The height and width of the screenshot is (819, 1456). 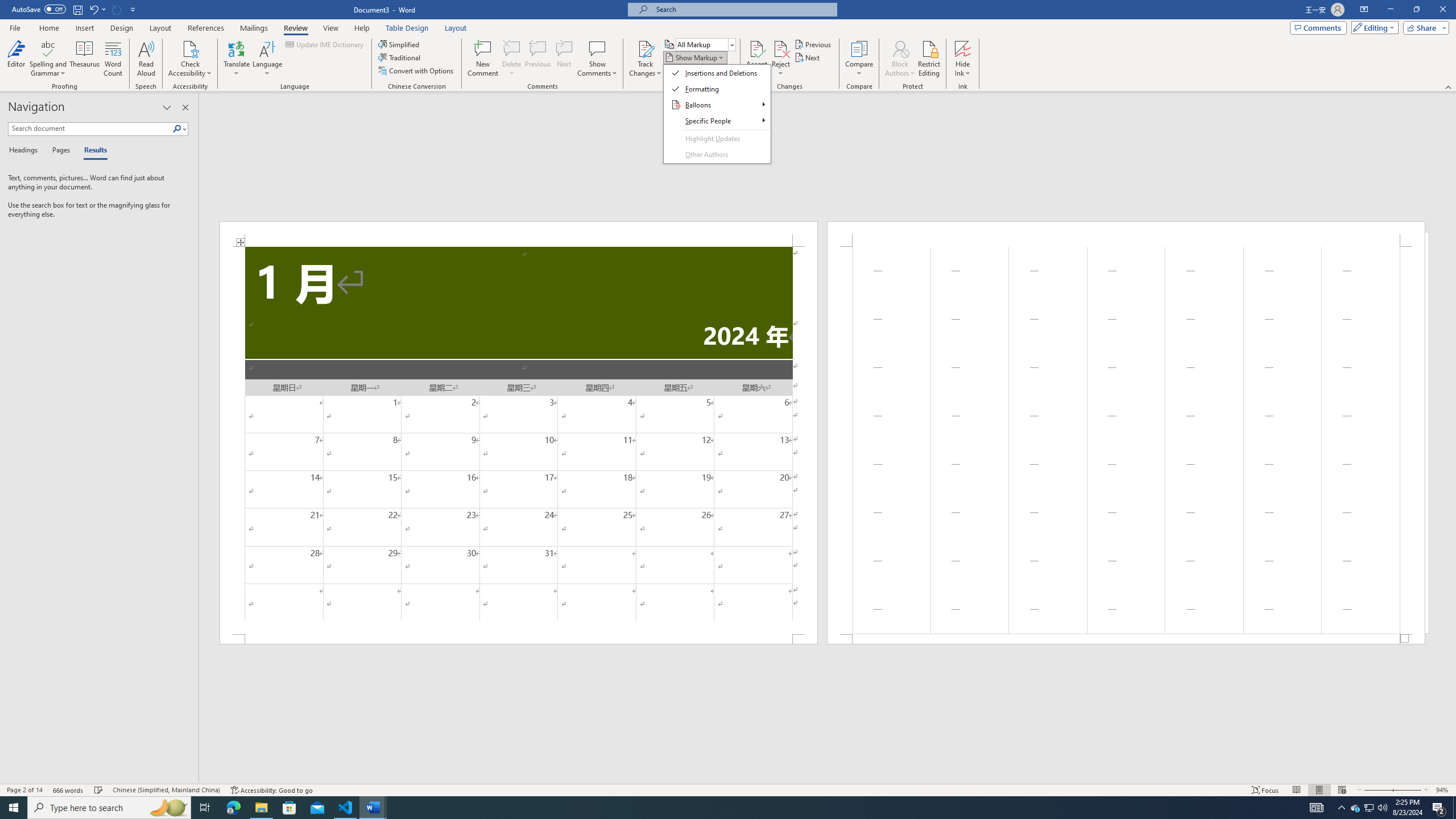 I want to click on 'Convert with Options...', so click(x=417, y=69).